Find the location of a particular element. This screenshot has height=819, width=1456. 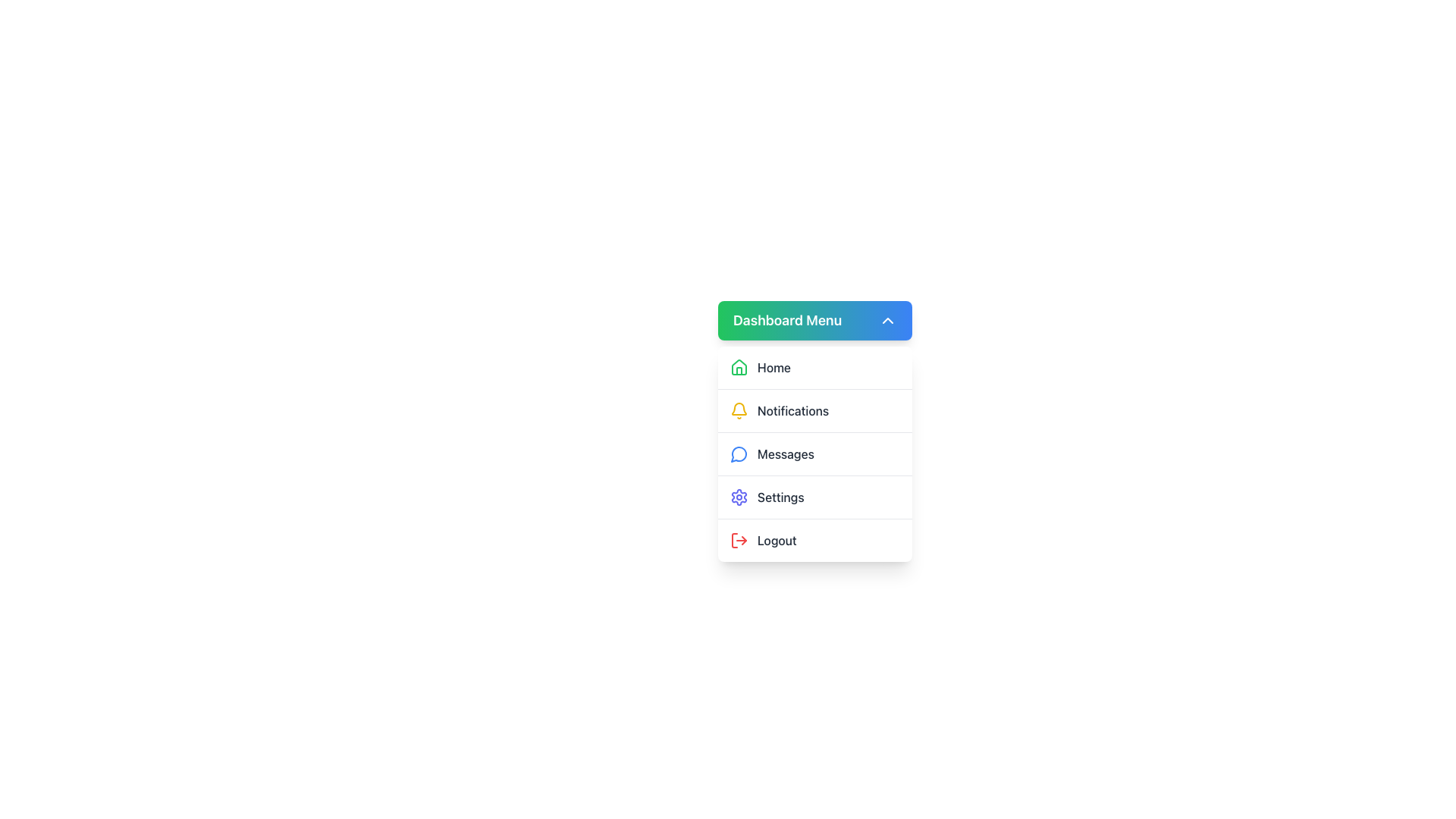

to select the 'Notifications' menu item, which features bold text and a yellow bell icon, located in a dropdown menu below 'Home' and above 'Messages' is located at coordinates (814, 409).